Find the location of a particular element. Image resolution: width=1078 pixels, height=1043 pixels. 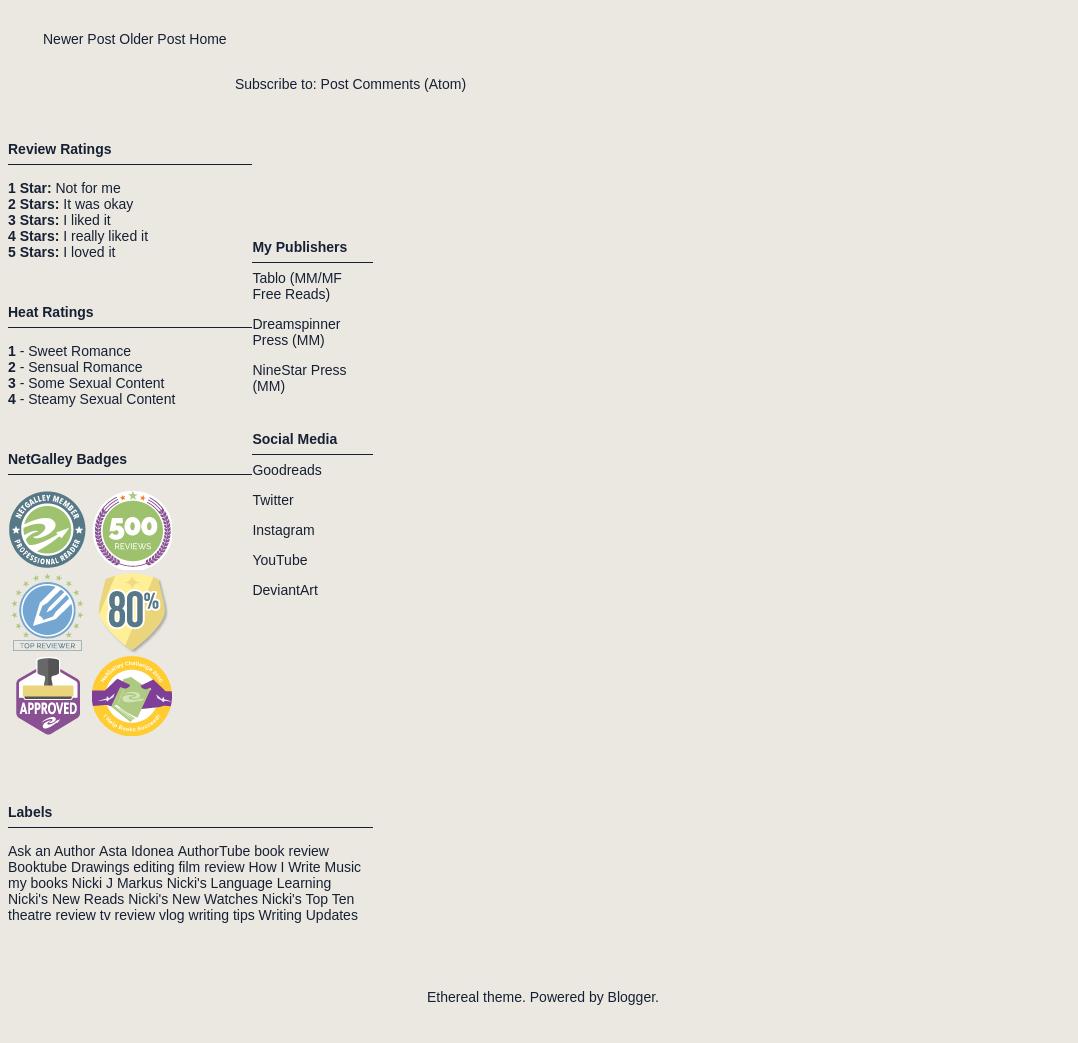

'Not for me' is located at coordinates (50, 186).